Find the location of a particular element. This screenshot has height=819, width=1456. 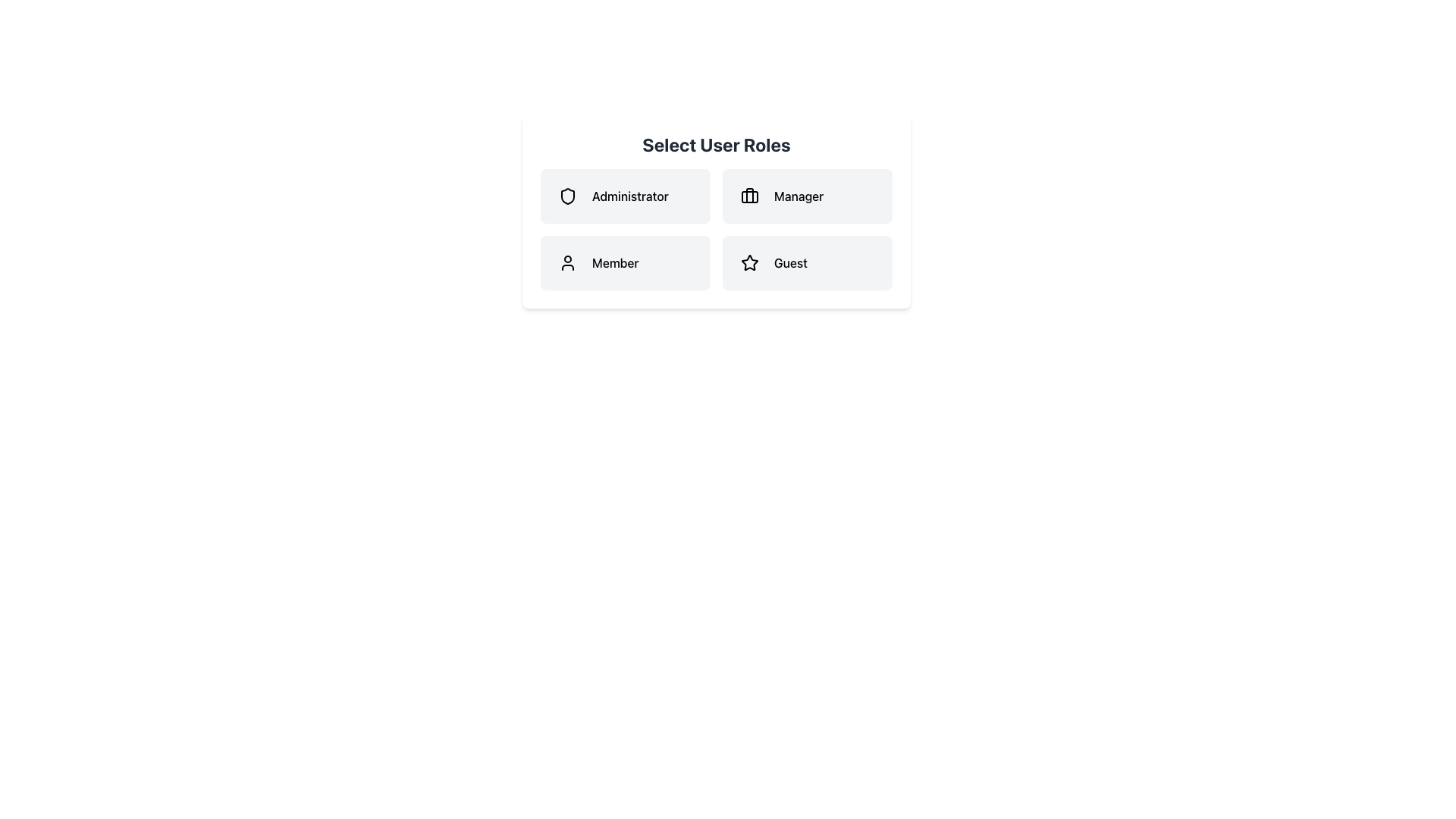

the 'Administrator' static text element, which is styled in medium font-weight and appears in black on a light gray background, located within the Administrator card in the top-left quadrant of the role selection grid is located at coordinates (630, 195).